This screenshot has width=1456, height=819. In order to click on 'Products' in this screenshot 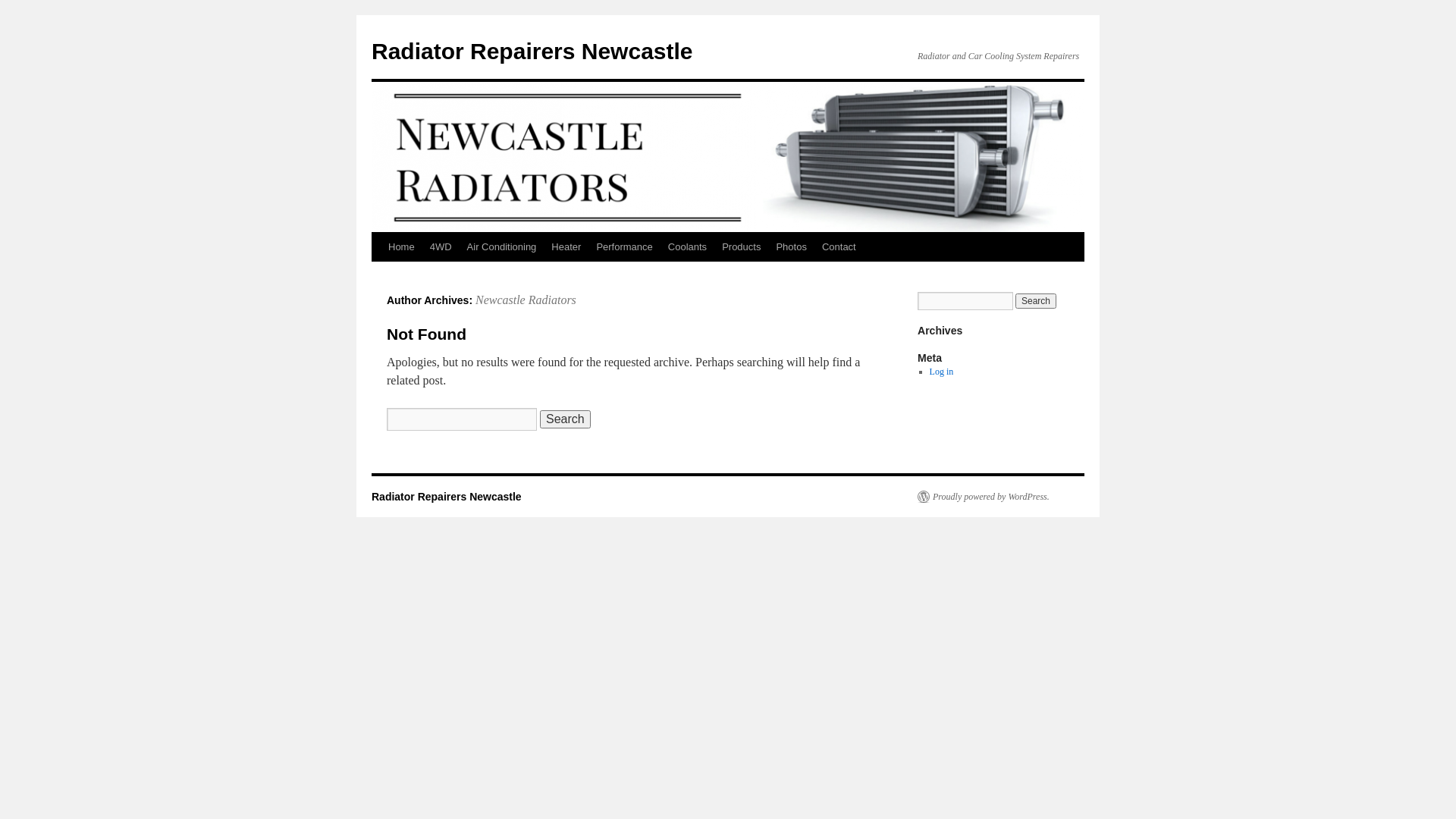, I will do `click(741, 246)`.